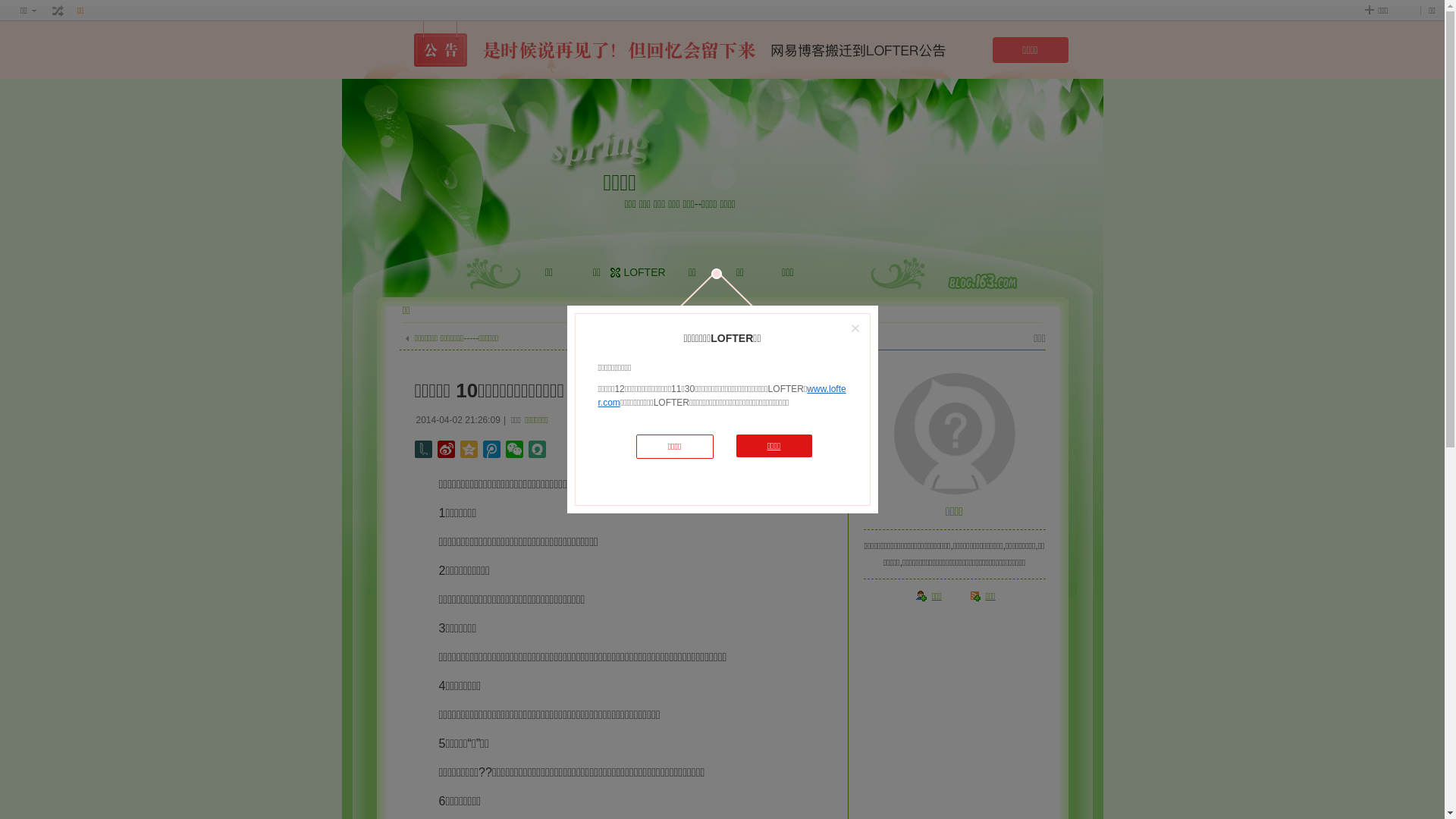 Image resolution: width=1456 pixels, height=819 pixels. I want to click on 'www.lofter.com', so click(720, 394).